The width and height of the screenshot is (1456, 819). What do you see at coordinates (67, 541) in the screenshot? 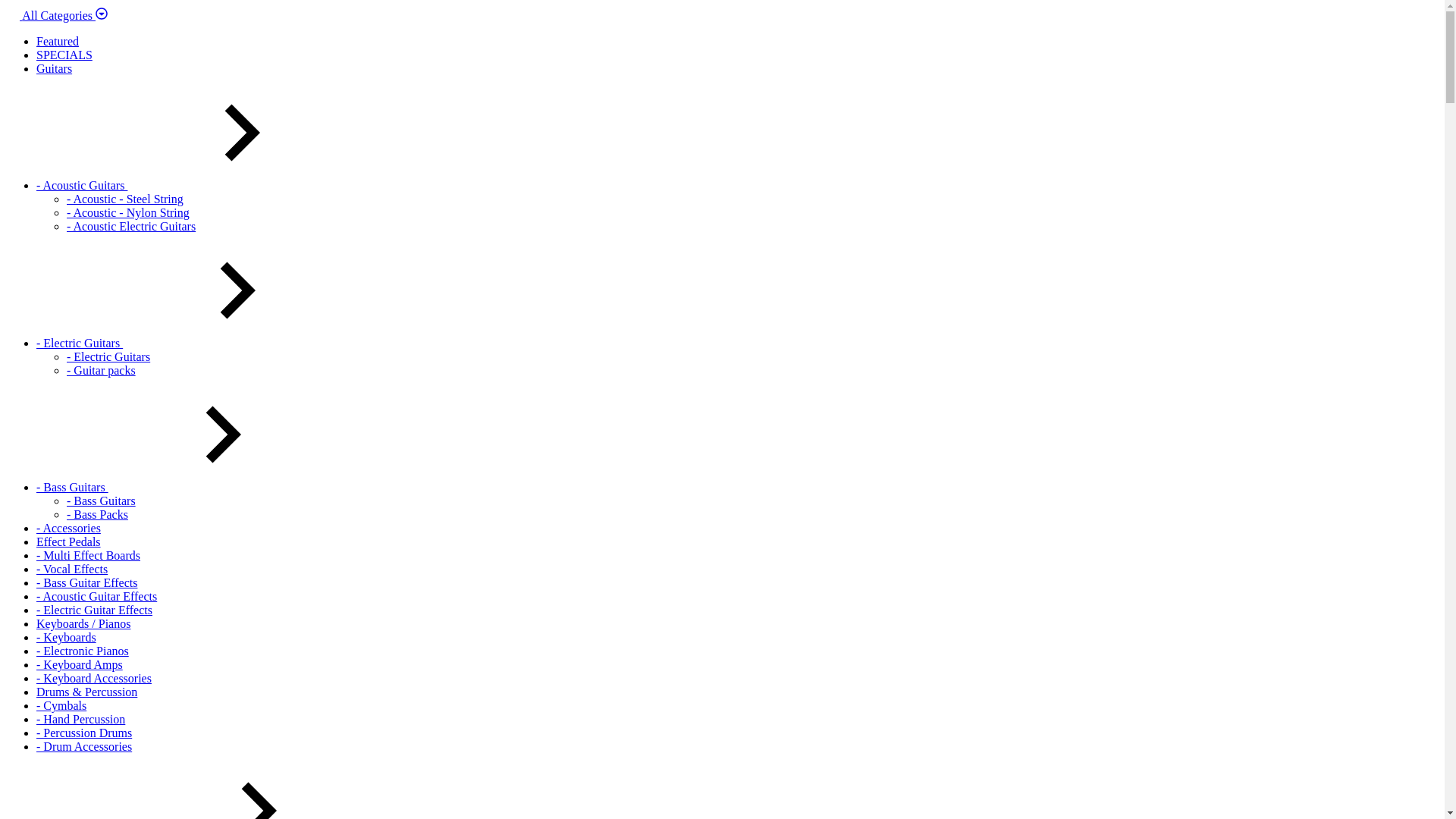
I see `'Effect Pedals'` at bounding box center [67, 541].